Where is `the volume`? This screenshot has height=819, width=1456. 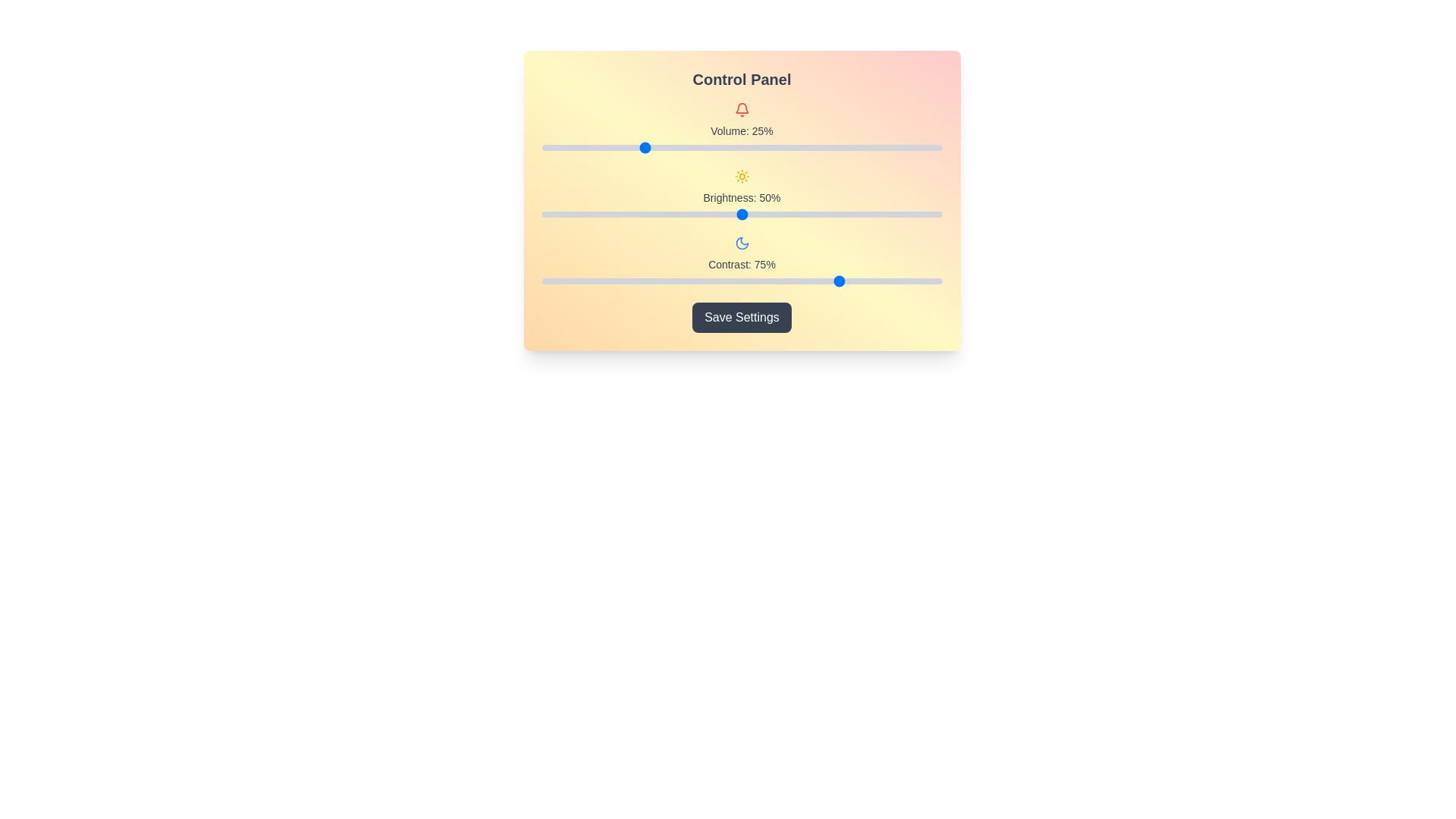
the volume is located at coordinates (770, 148).